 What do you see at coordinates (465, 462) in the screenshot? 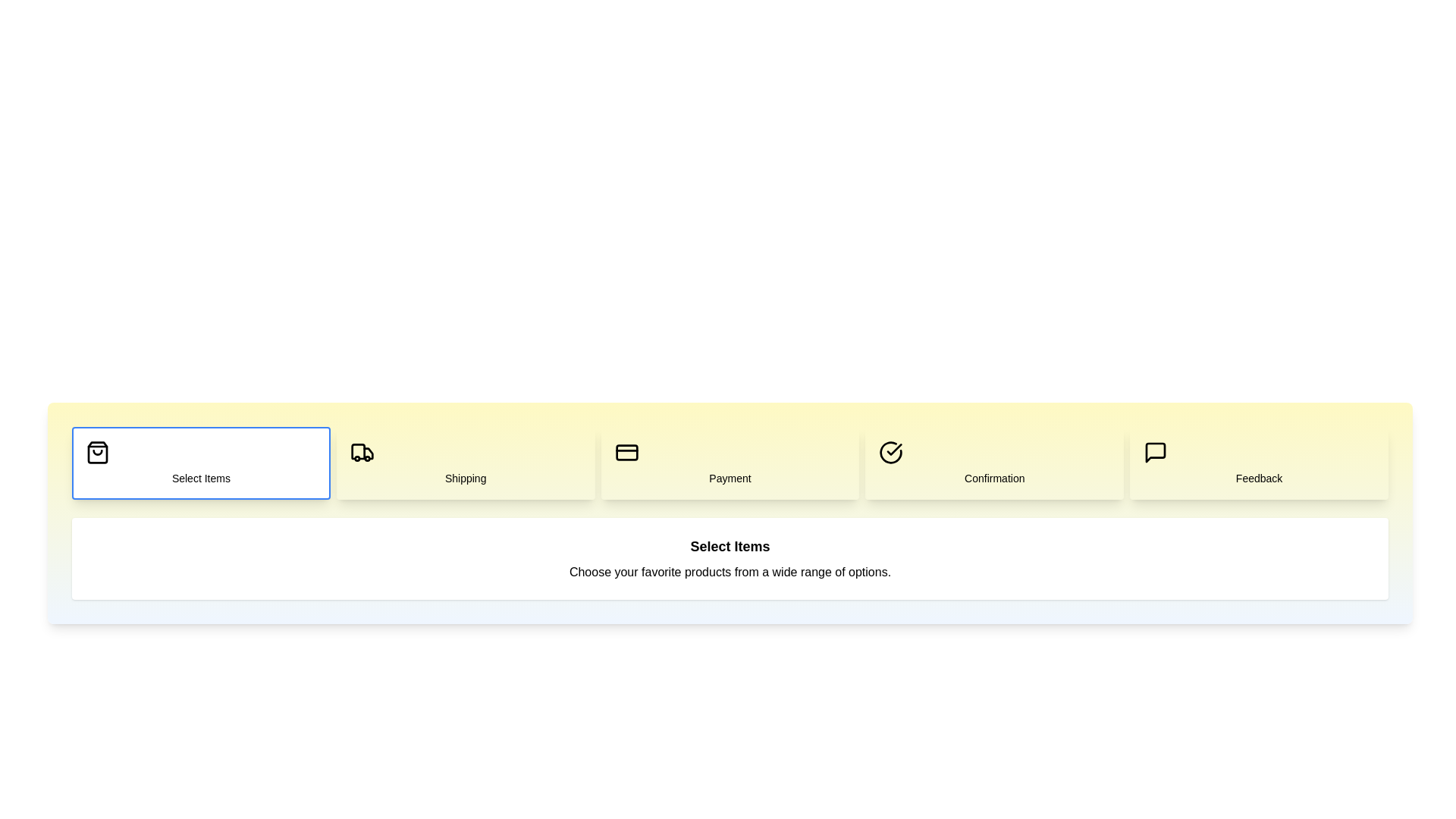
I see `the tab corresponding to the Shipping phase in the purchase process` at bounding box center [465, 462].